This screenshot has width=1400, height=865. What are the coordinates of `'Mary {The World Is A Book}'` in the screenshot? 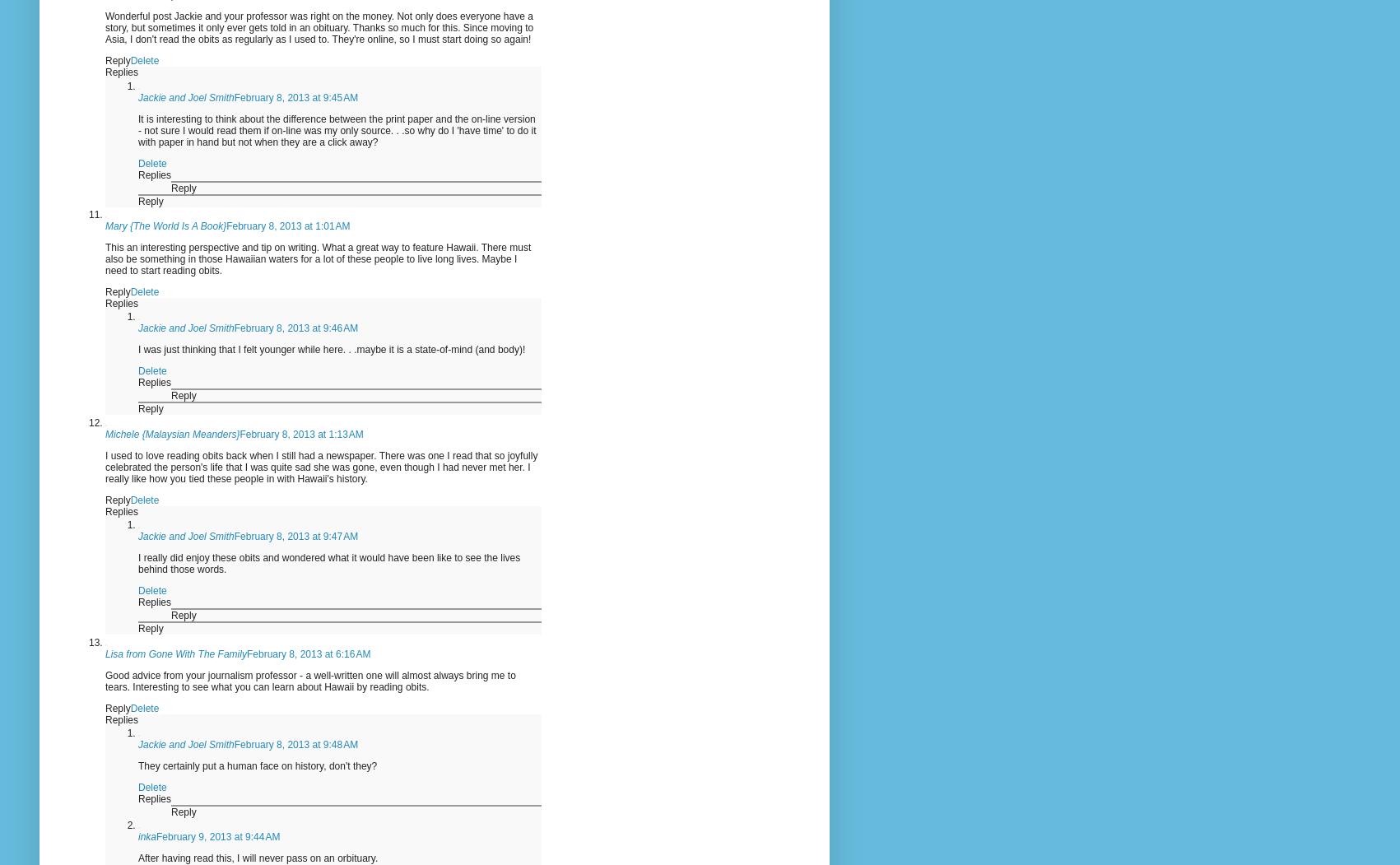 It's located at (165, 226).